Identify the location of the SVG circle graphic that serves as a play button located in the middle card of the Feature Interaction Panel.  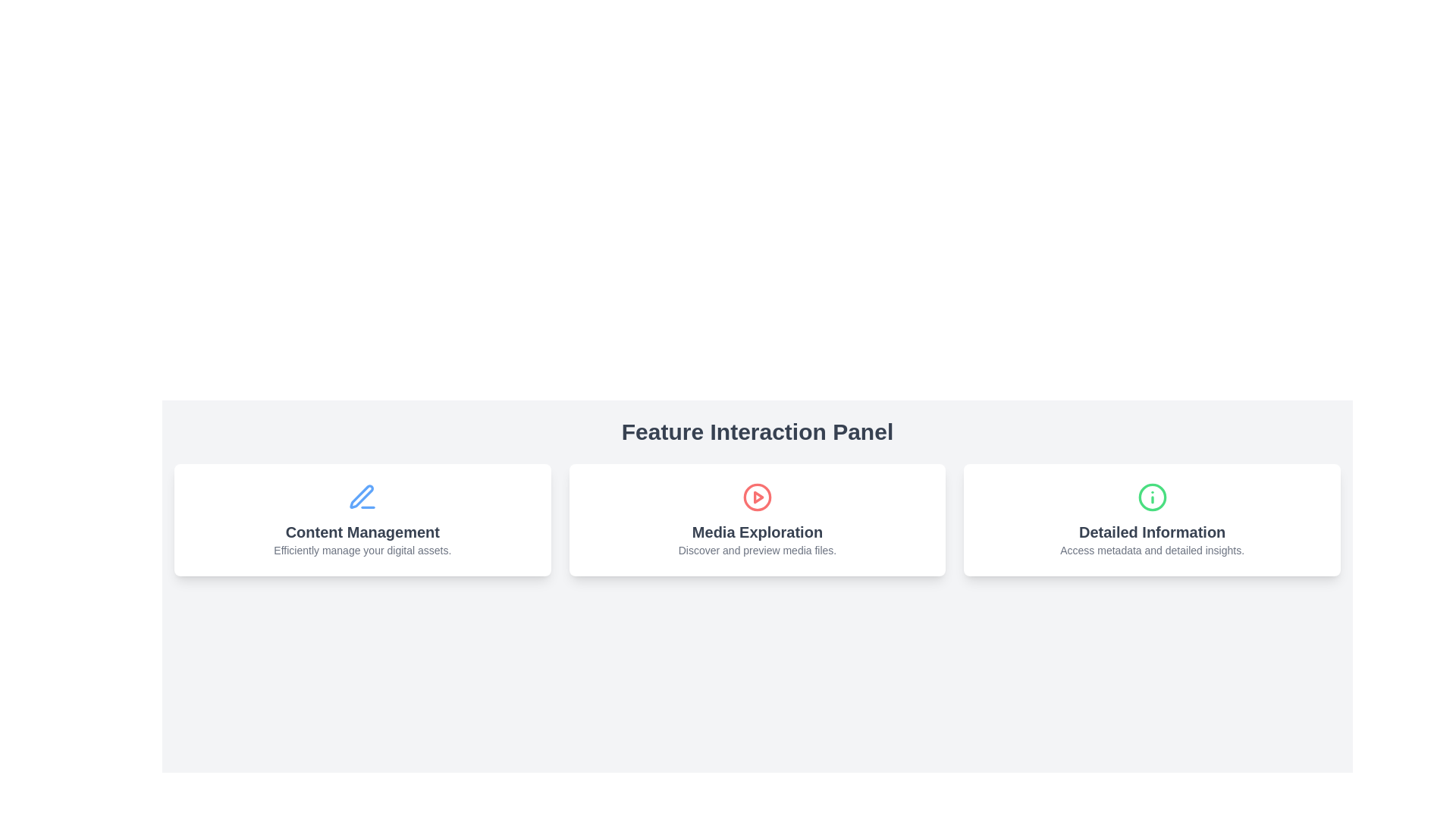
(757, 497).